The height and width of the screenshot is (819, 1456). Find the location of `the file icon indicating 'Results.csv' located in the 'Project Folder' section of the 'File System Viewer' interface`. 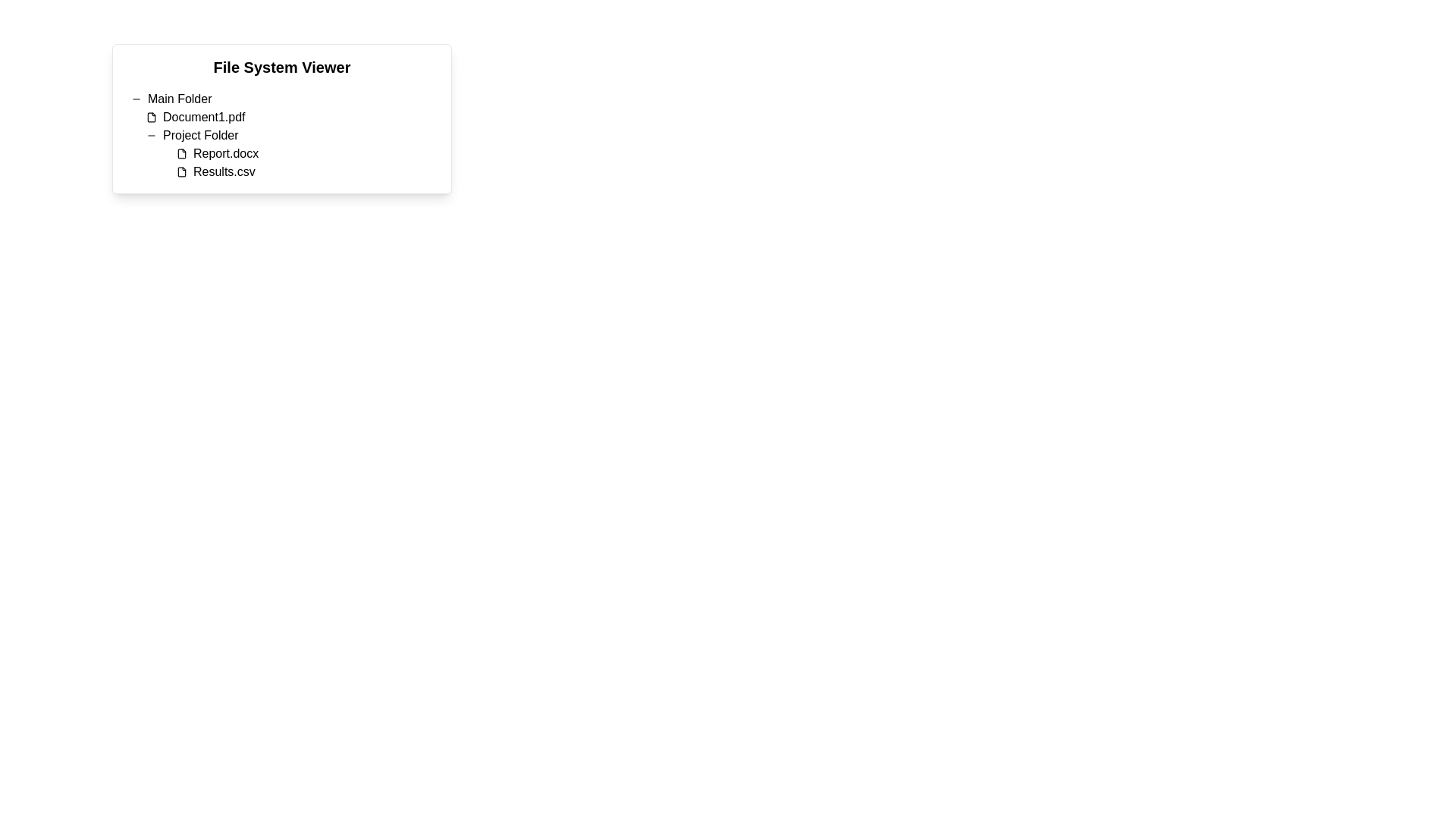

the file icon indicating 'Results.csv' located in the 'Project Folder' section of the 'File System Viewer' interface is located at coordinates (182, 171).